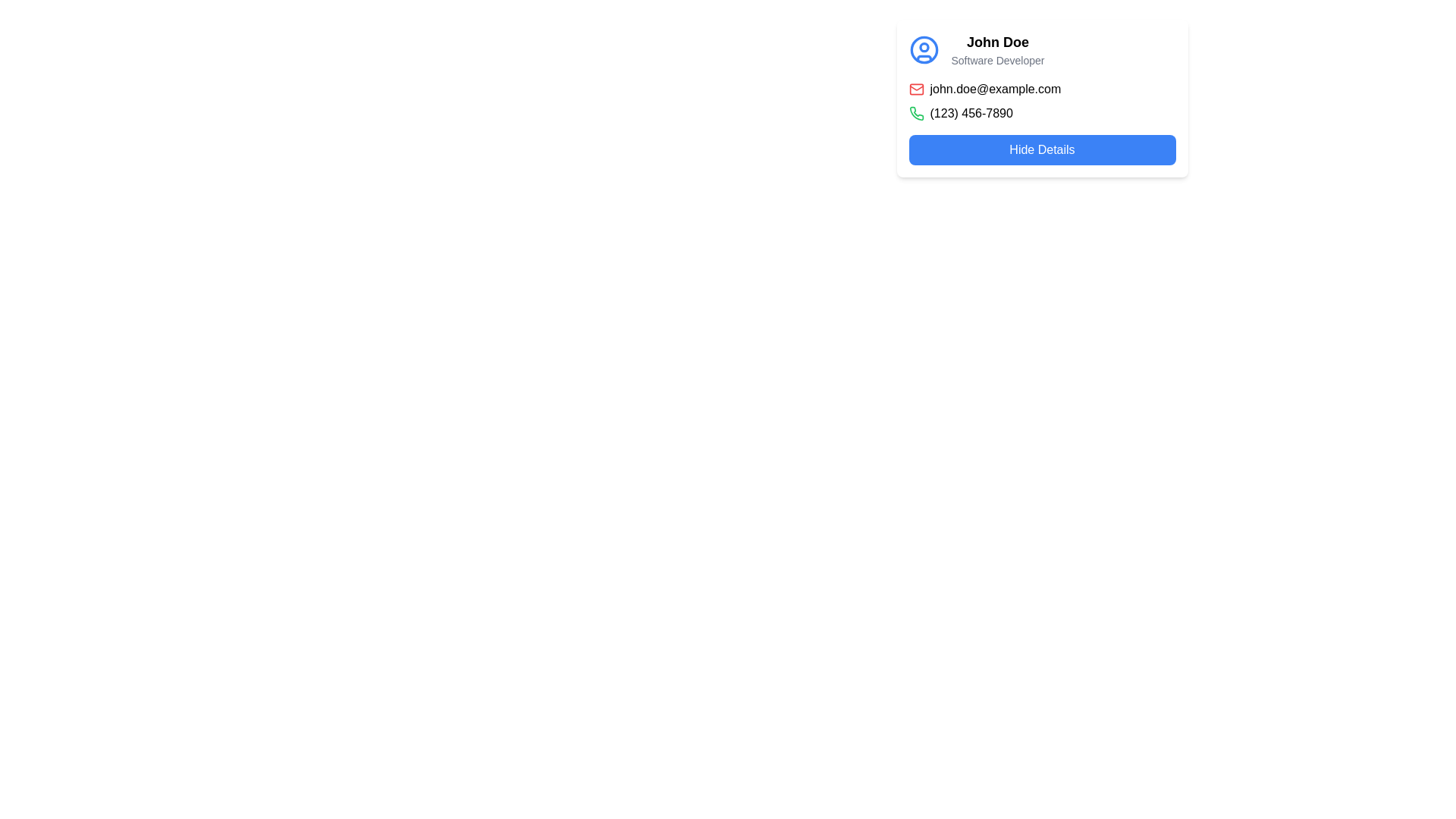  Describe the element at coordinates (923, 49) in the screenshot. I see `the outermost circle of the user icon located at the top-left corner of the profile card, which has a blue outline and white background` at that location.